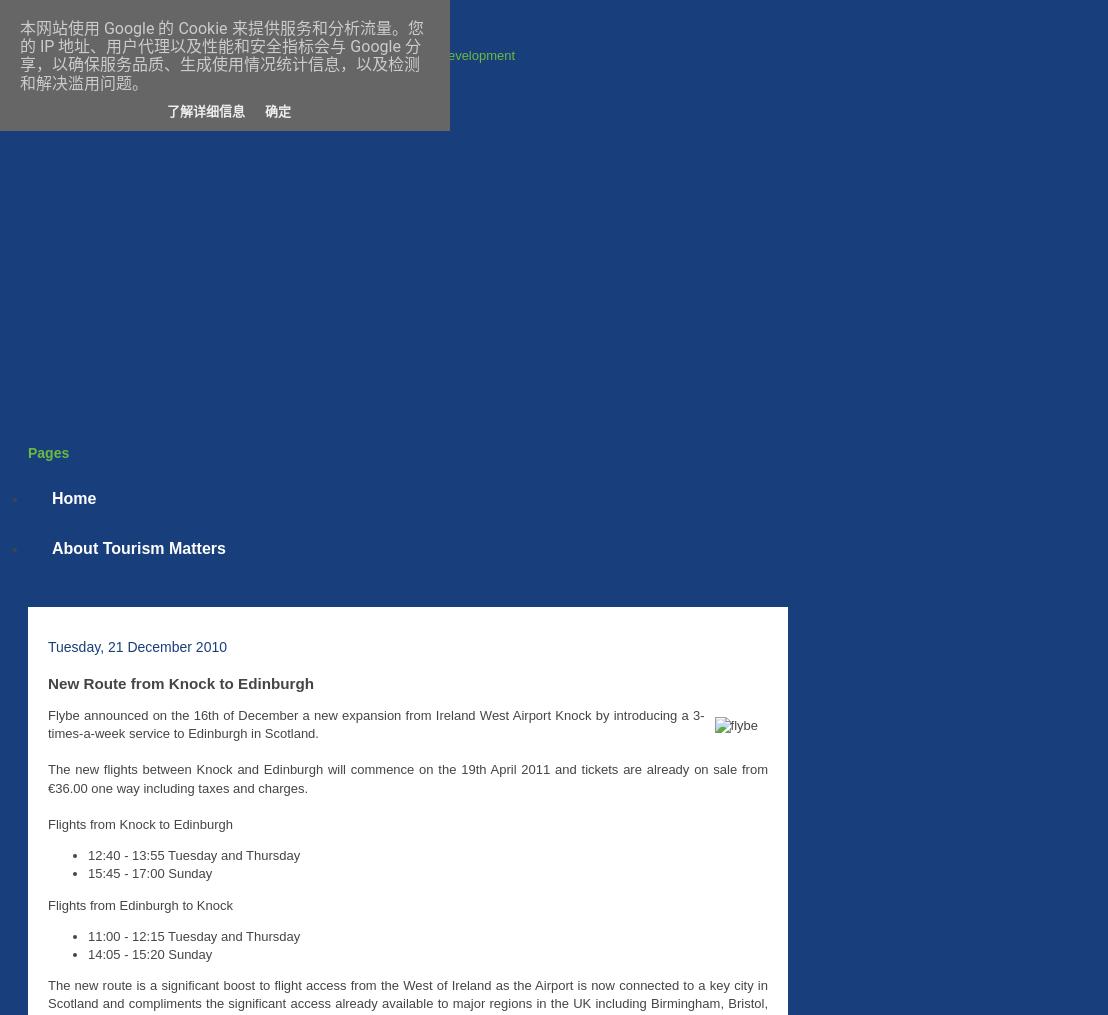  Describe the element at coordinates (407, 777) in the screenshot. I see `'The new flights between Knock and Edinburgh will commence on the 19th April 2011 and tickets are already on sale from €36.00 one way including taxes and charges.'` at that location.